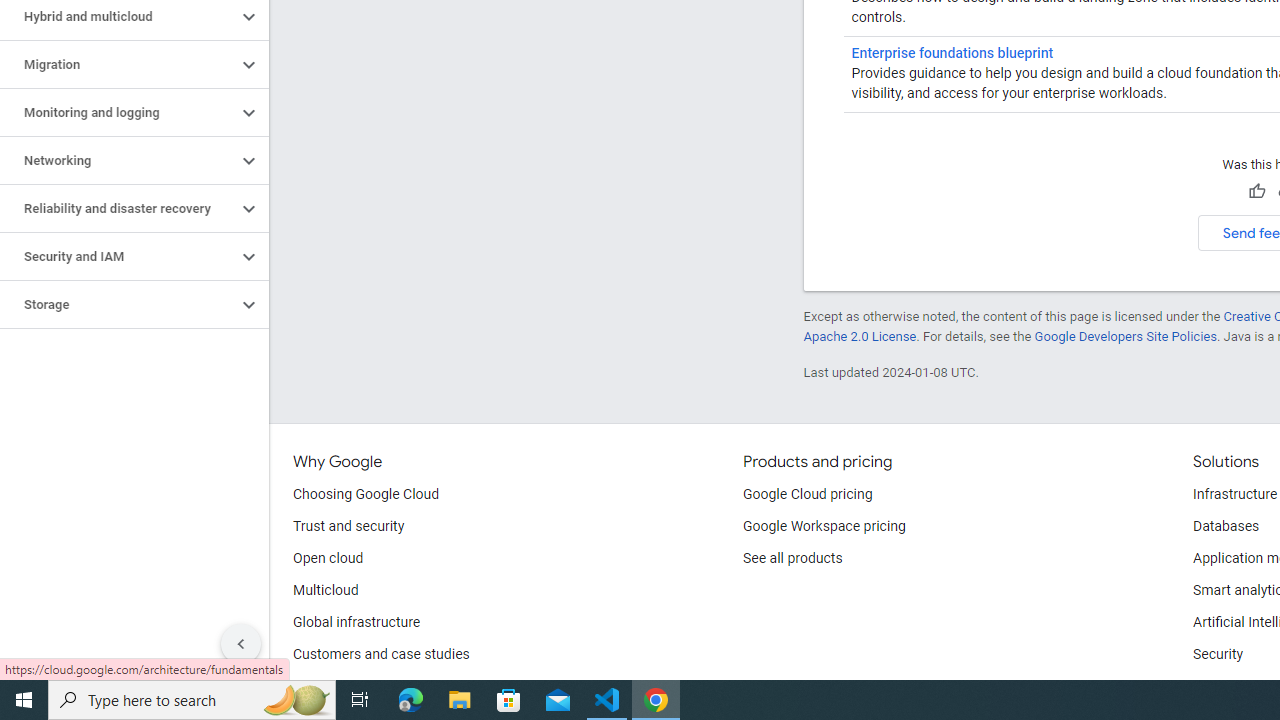 This screenshot has width=1280, height=720. What do you see at coordinates (348, 526) in the screenshot?
I see `'Trust and security'` at bounding box center [348, 526].